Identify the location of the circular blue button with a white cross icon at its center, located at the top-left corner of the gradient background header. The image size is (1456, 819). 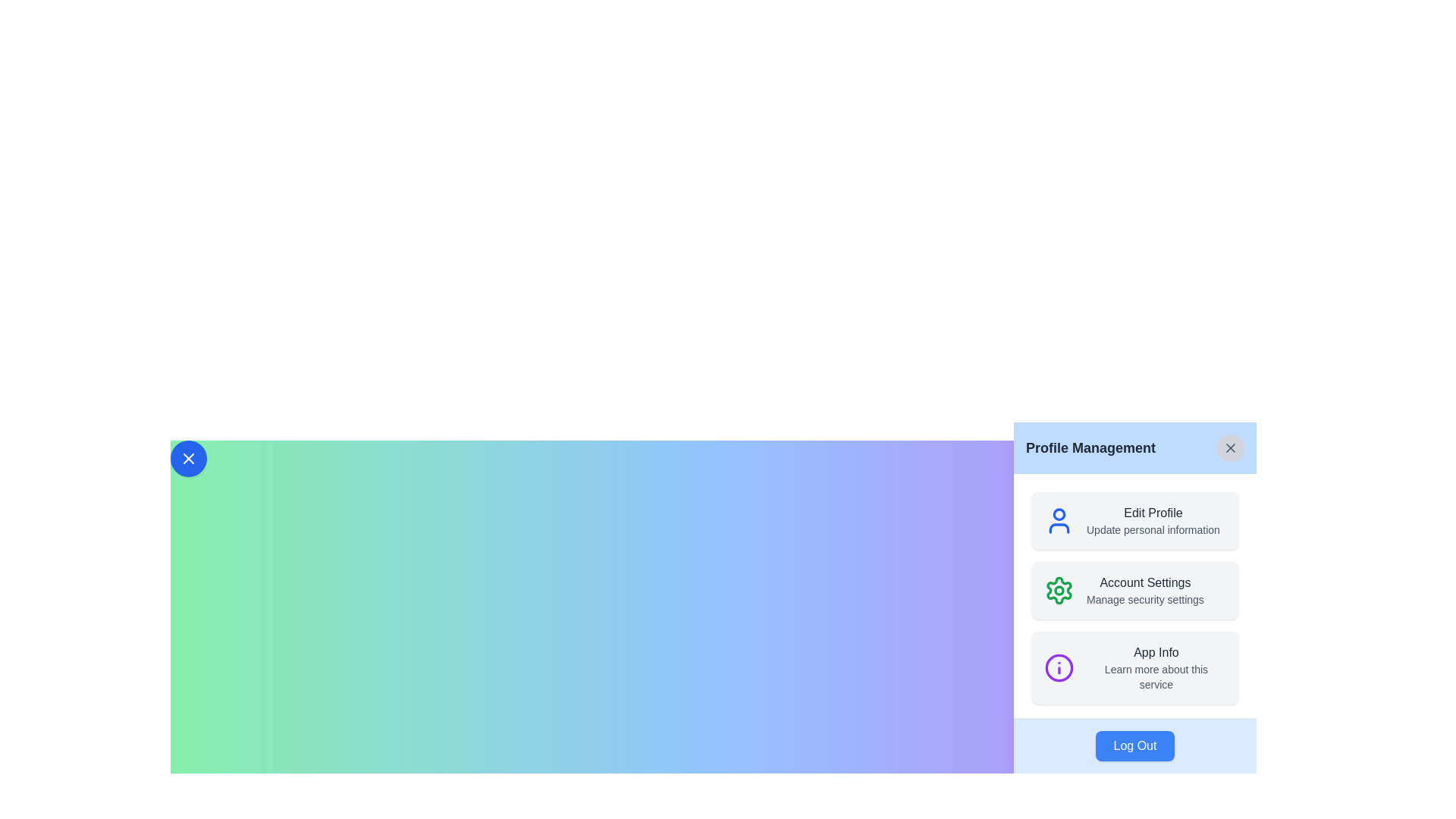
(188, 458).